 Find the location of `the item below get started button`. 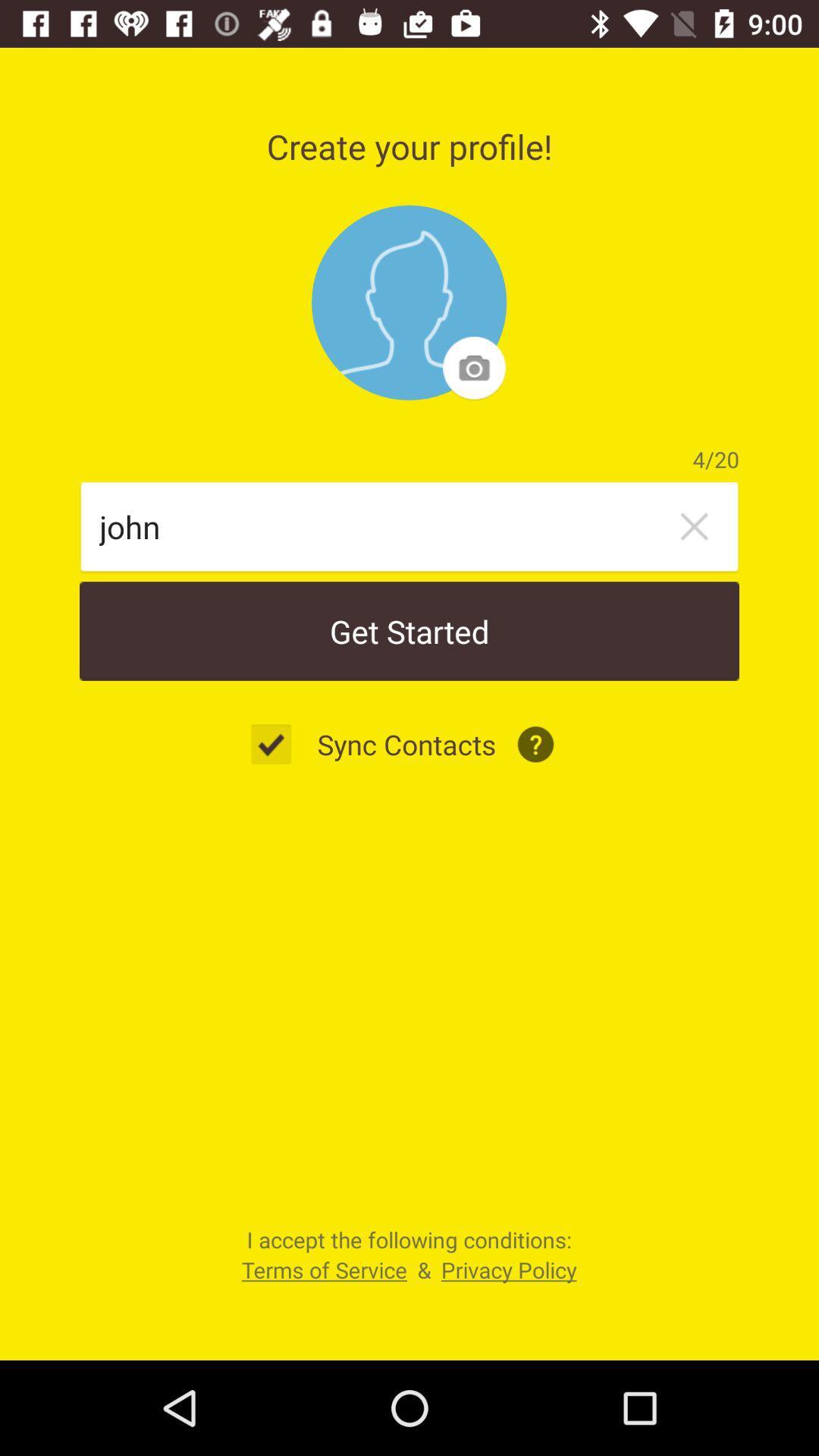

the item below get started button is located at coordinates (279, 744).